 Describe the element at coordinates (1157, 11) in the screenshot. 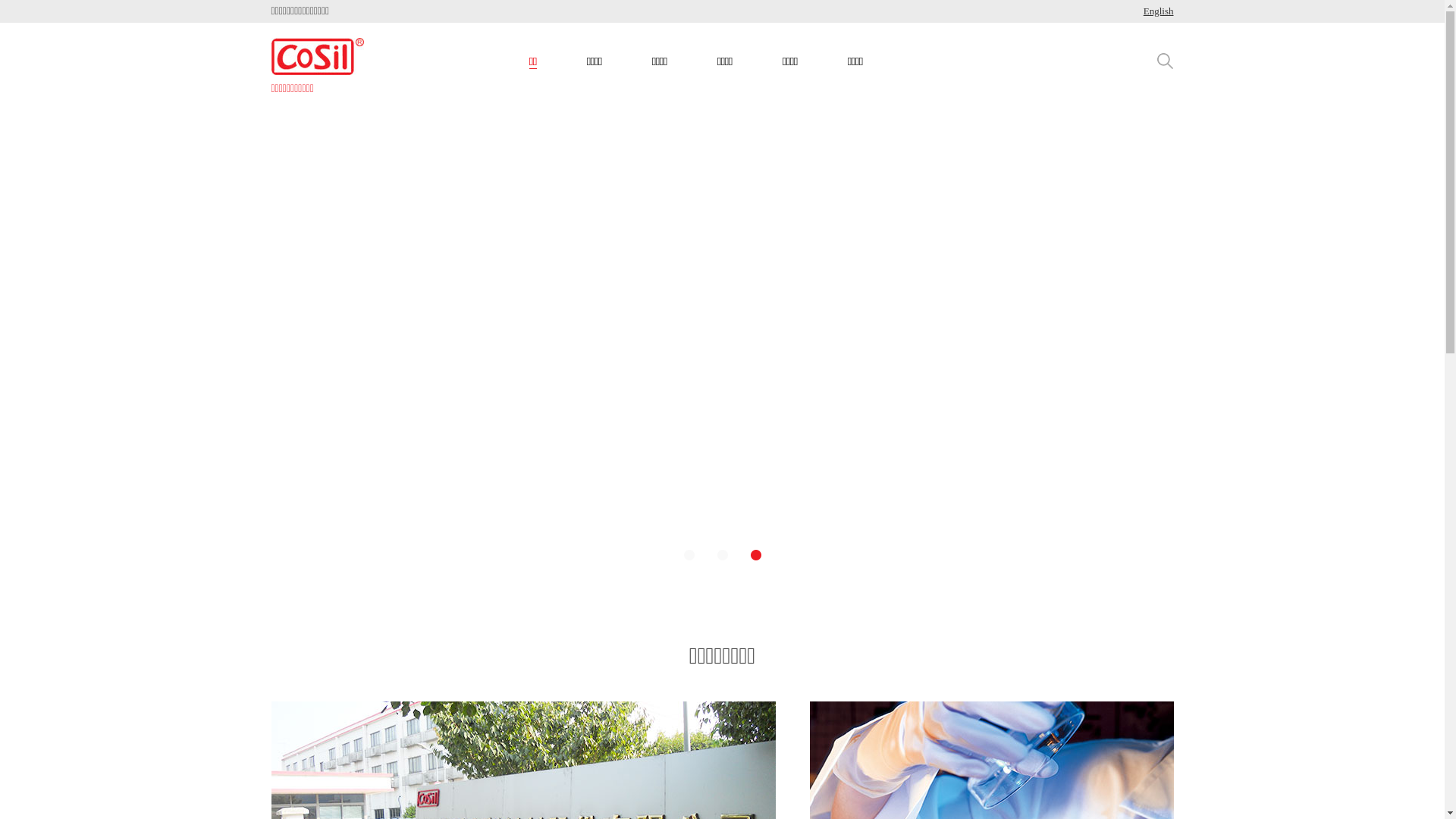

I see `'English'` at that location.